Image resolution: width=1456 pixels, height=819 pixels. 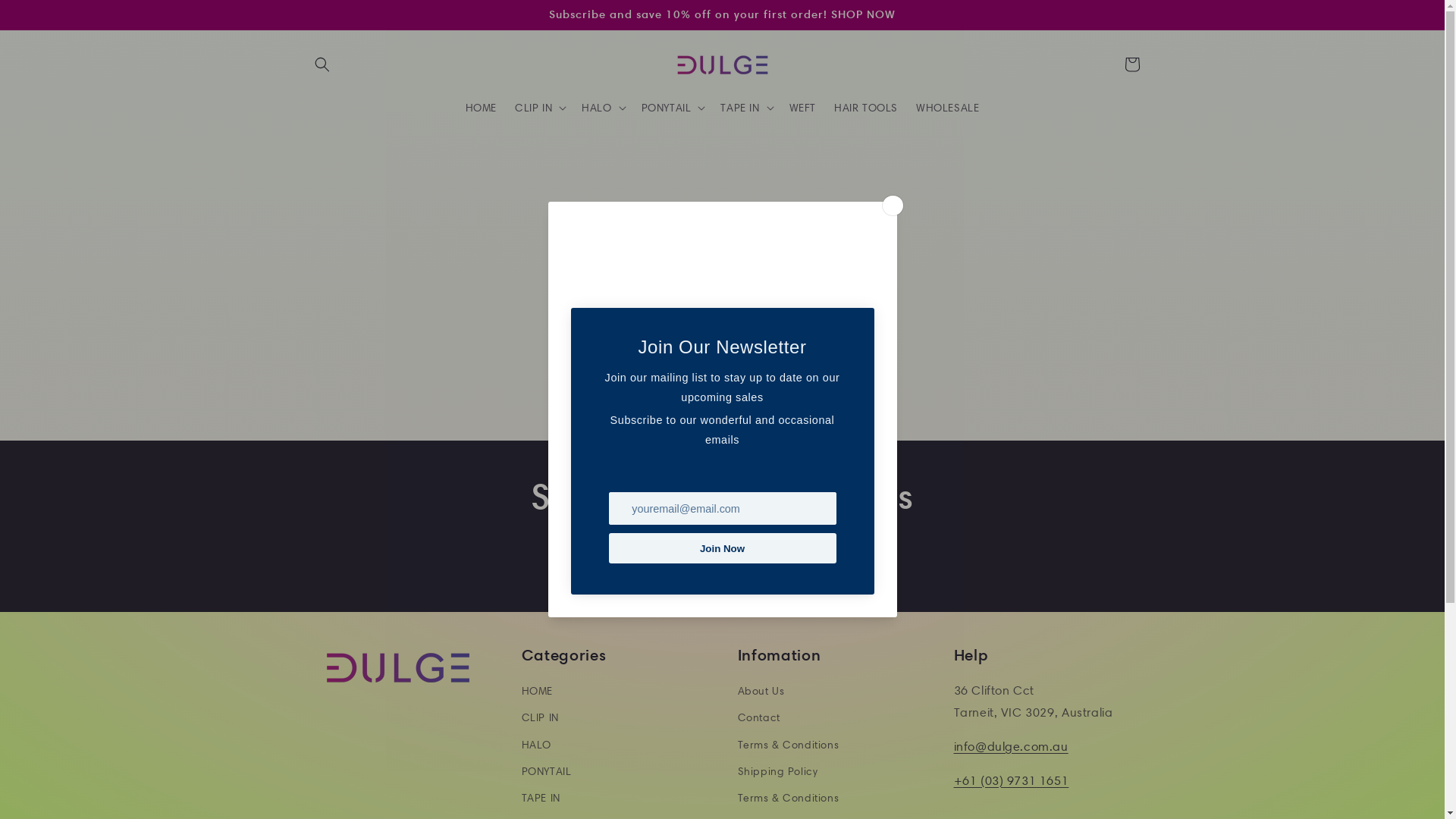 I want to click on 'TAPE IN', so click(x=521, y=797).